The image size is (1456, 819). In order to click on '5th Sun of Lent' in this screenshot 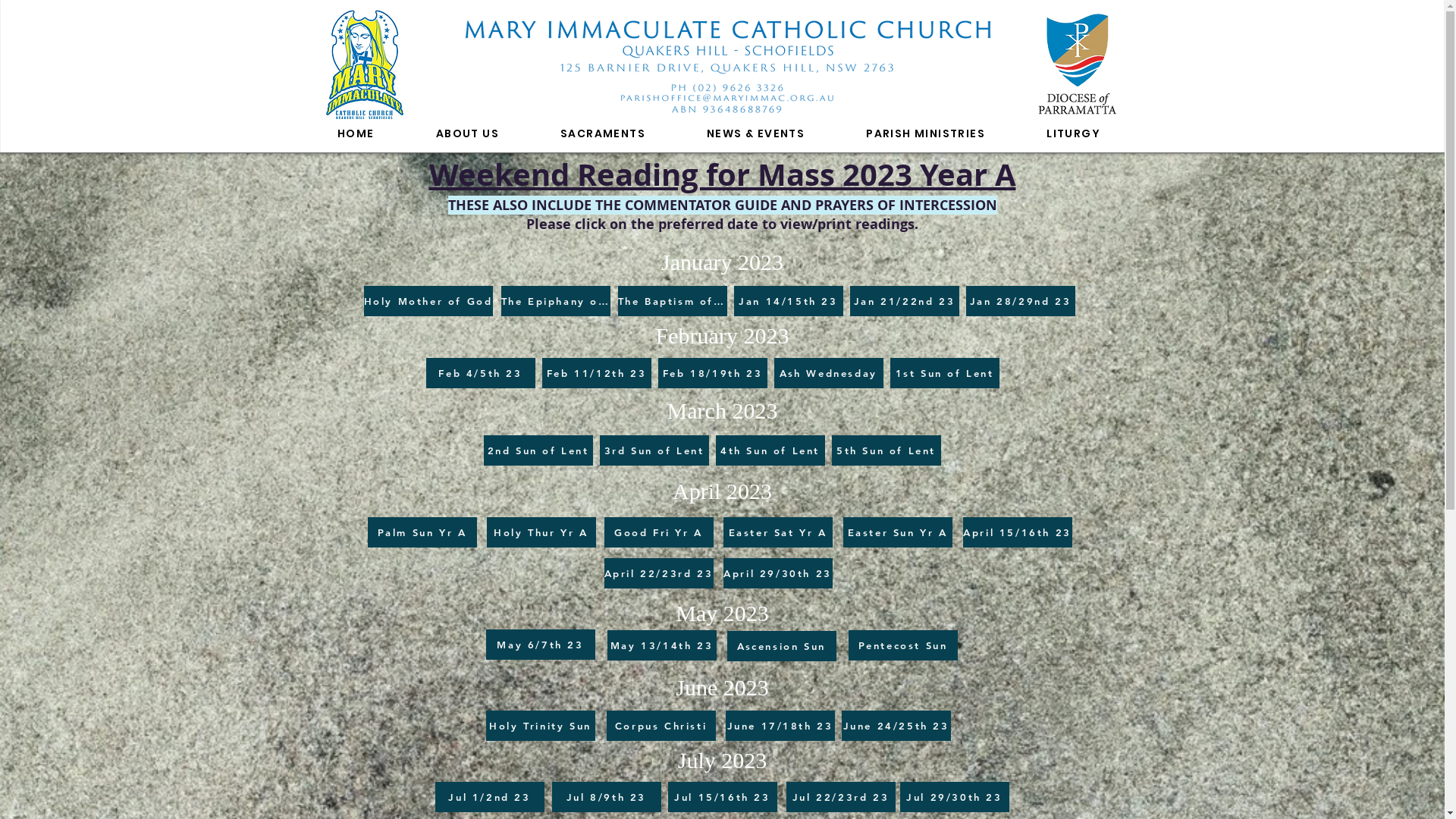, I will do `click(885, 450)`.